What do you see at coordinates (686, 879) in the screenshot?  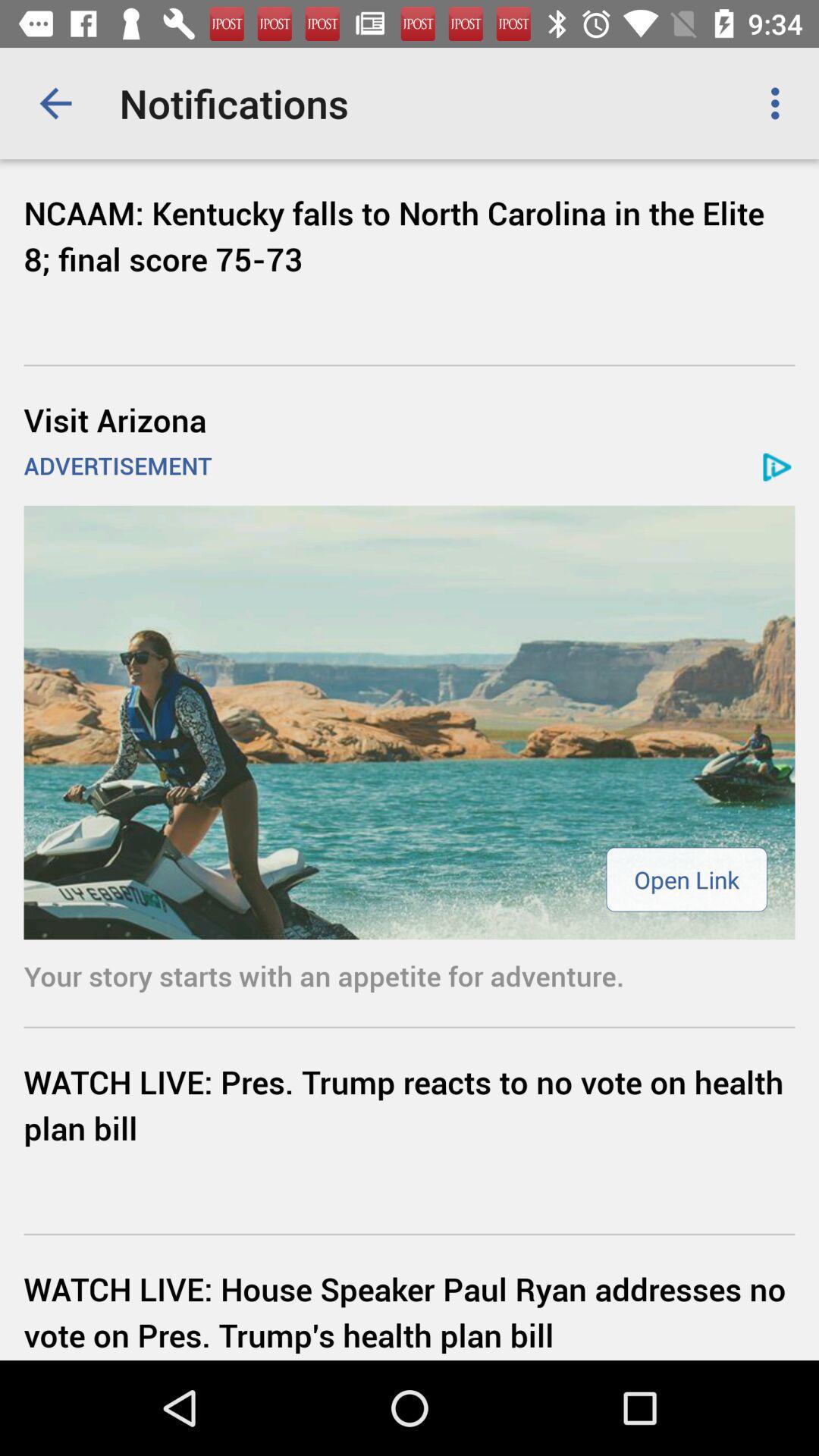 I see `the icon above your story starts icon` at bounding box center [686, 879].